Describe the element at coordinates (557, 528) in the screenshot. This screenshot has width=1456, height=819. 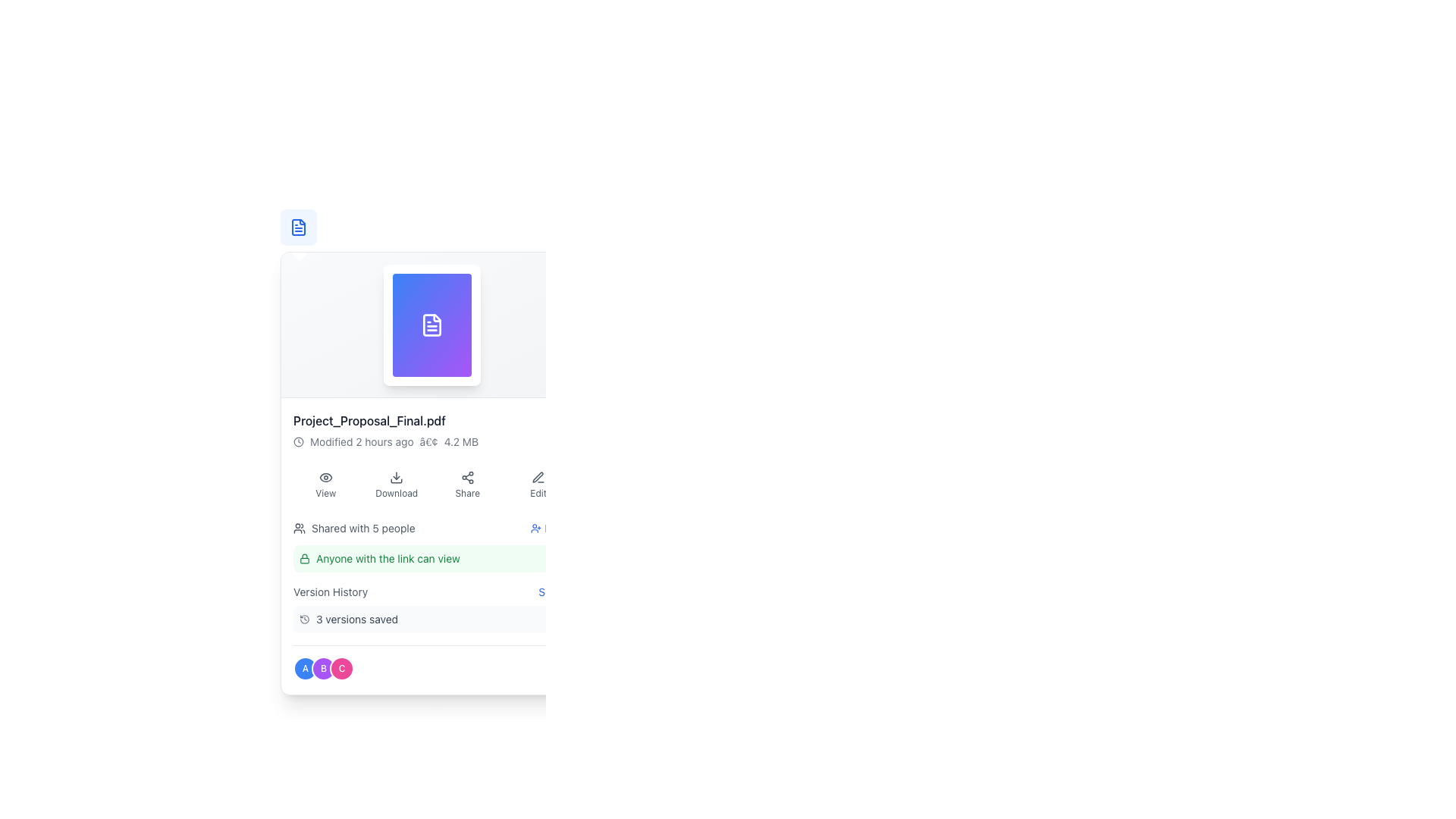
I see `the 'Invite' link, which is displayed in blue and is part of the user action interface for shared resources` at that location.